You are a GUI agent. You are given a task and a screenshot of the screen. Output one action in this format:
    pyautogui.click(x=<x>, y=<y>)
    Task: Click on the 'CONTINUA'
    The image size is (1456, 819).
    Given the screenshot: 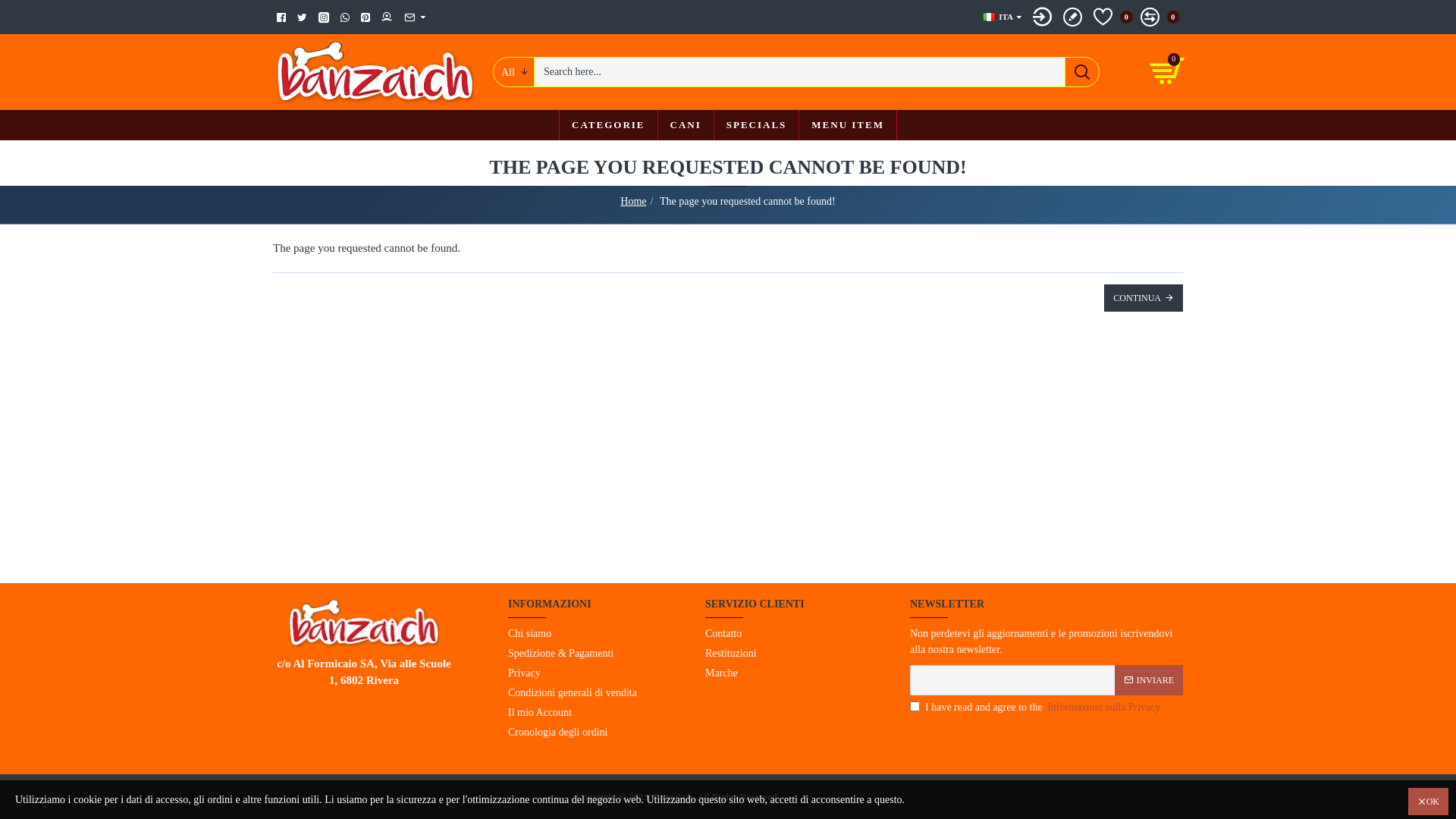 What is the action you would take?
    pyautogui.click(x=1143, y=298)
    